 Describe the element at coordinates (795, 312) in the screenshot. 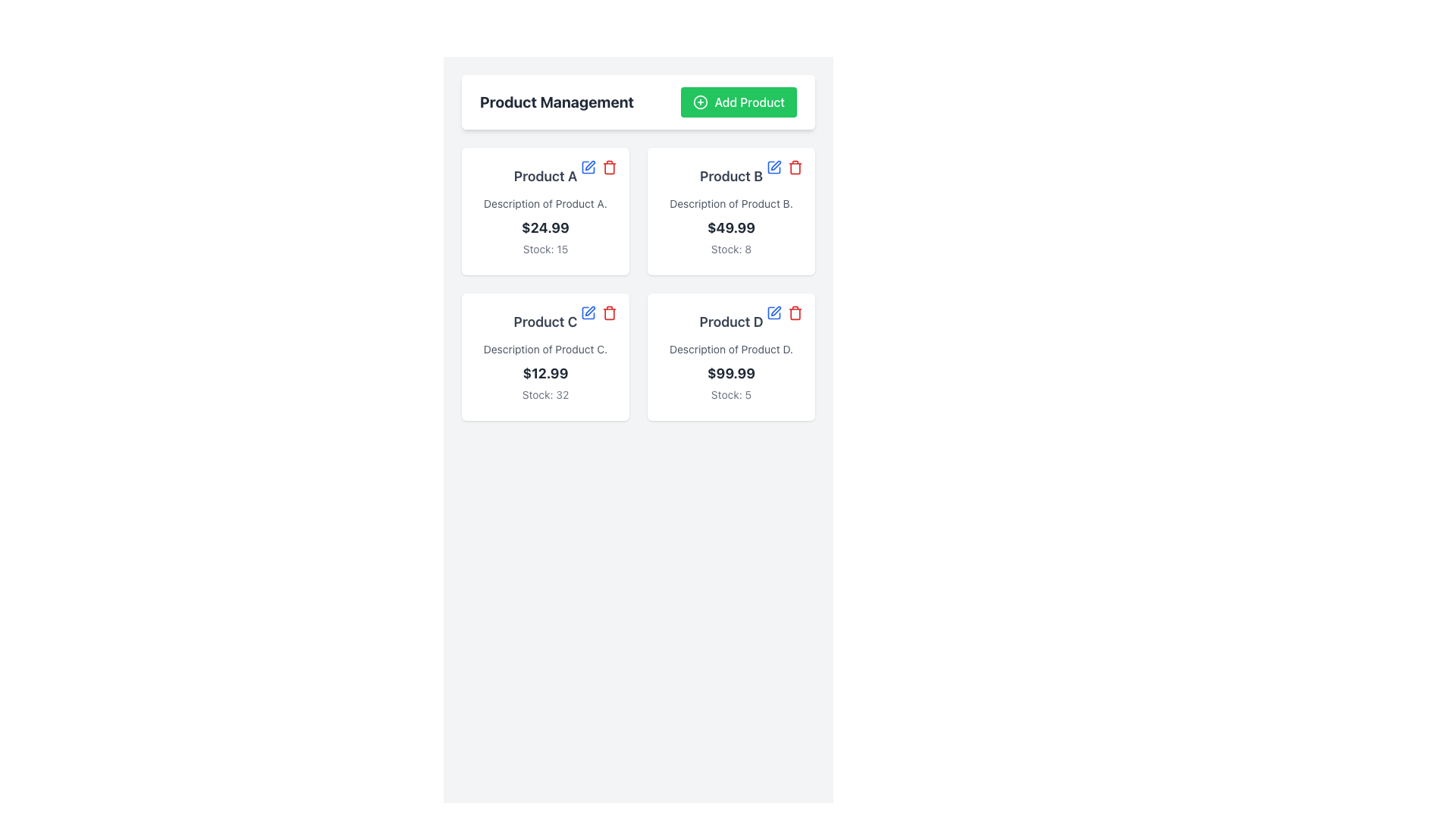

I see `the red trash can icon button located in the top-right corner of the 'Product D' card` at that location.